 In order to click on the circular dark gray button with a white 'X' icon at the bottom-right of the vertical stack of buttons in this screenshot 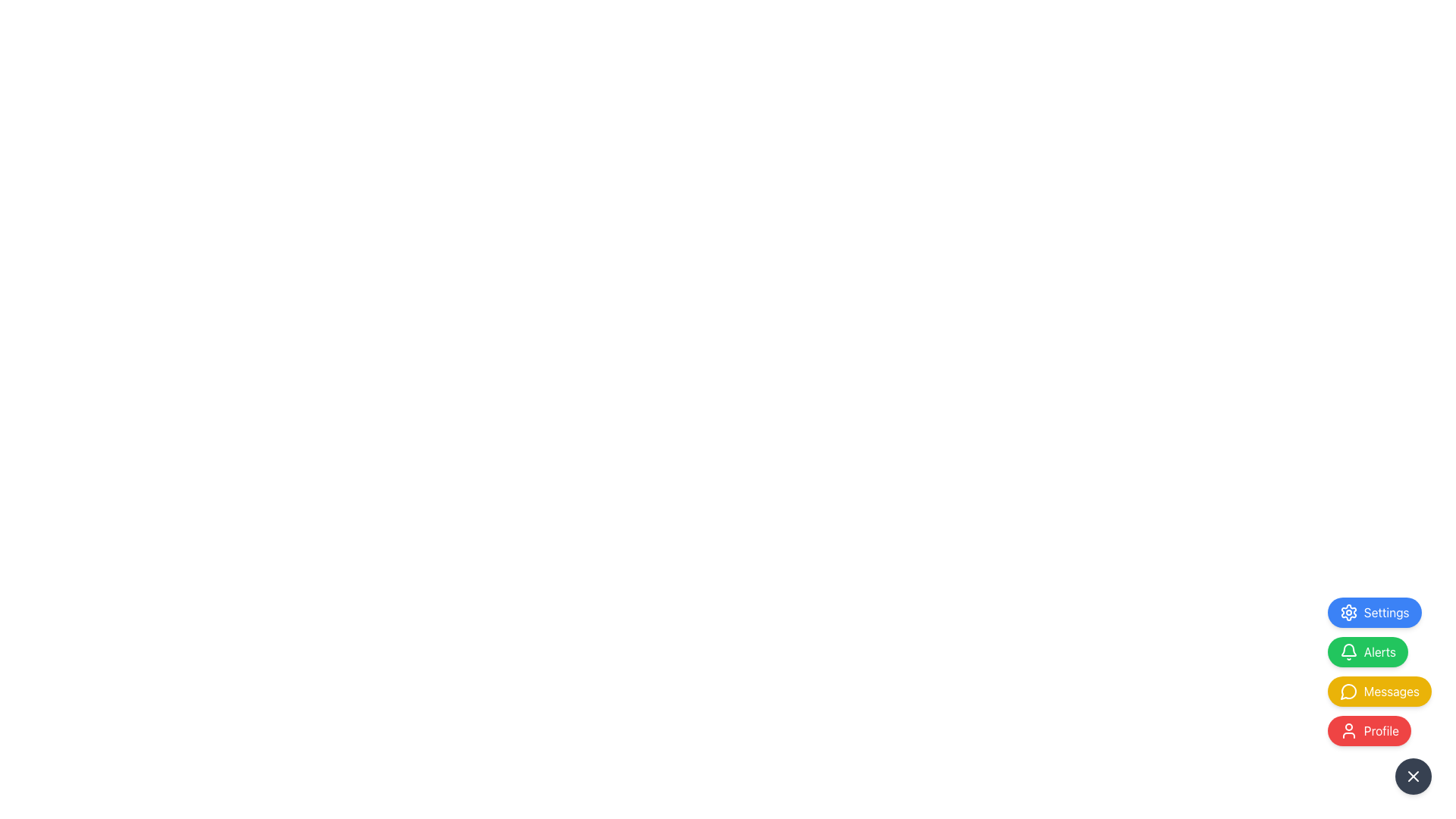, I will do `click(1412, 776)`.